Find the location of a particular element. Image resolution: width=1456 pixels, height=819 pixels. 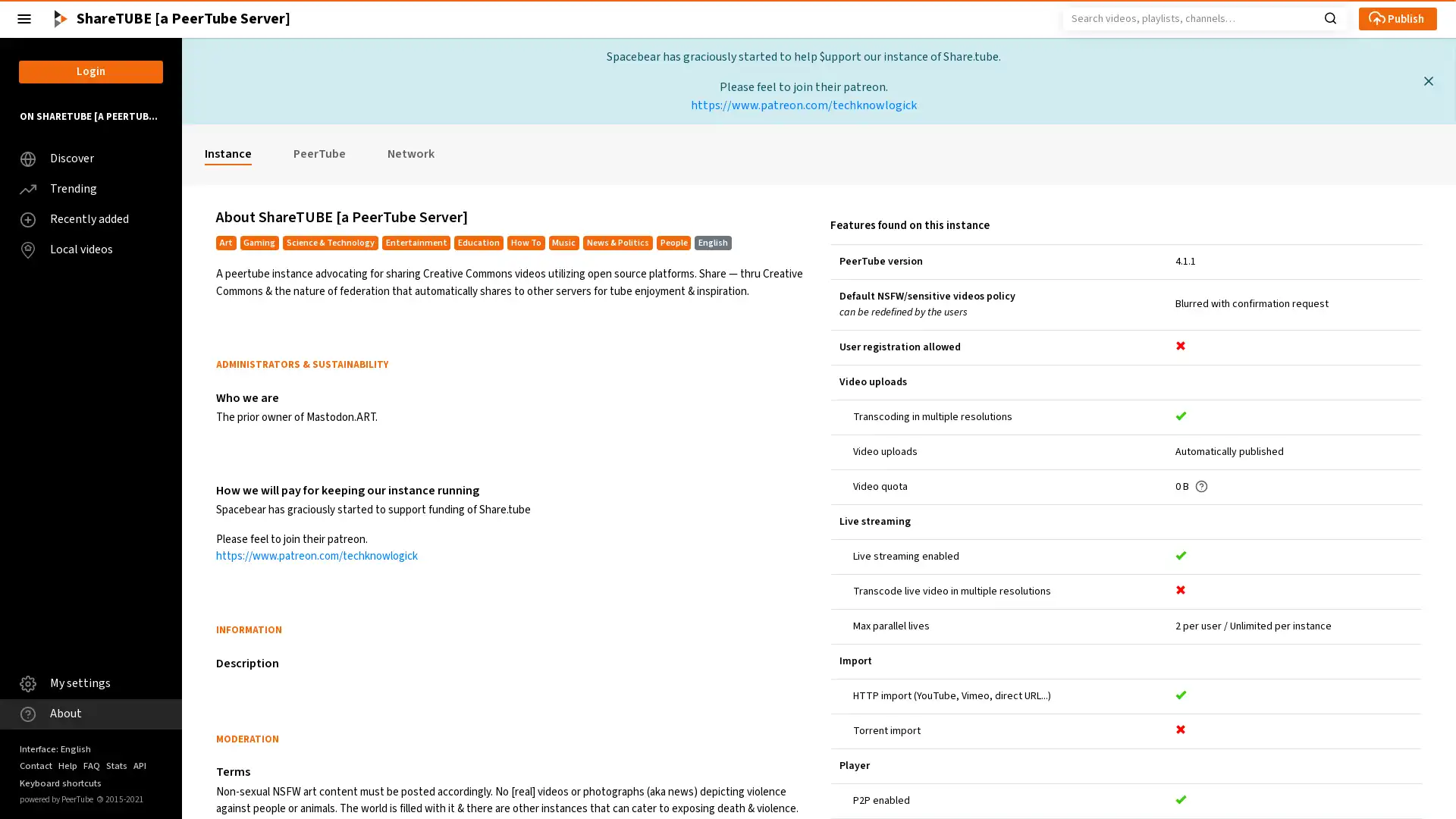

Get help is located at coordinates (1200, 485).